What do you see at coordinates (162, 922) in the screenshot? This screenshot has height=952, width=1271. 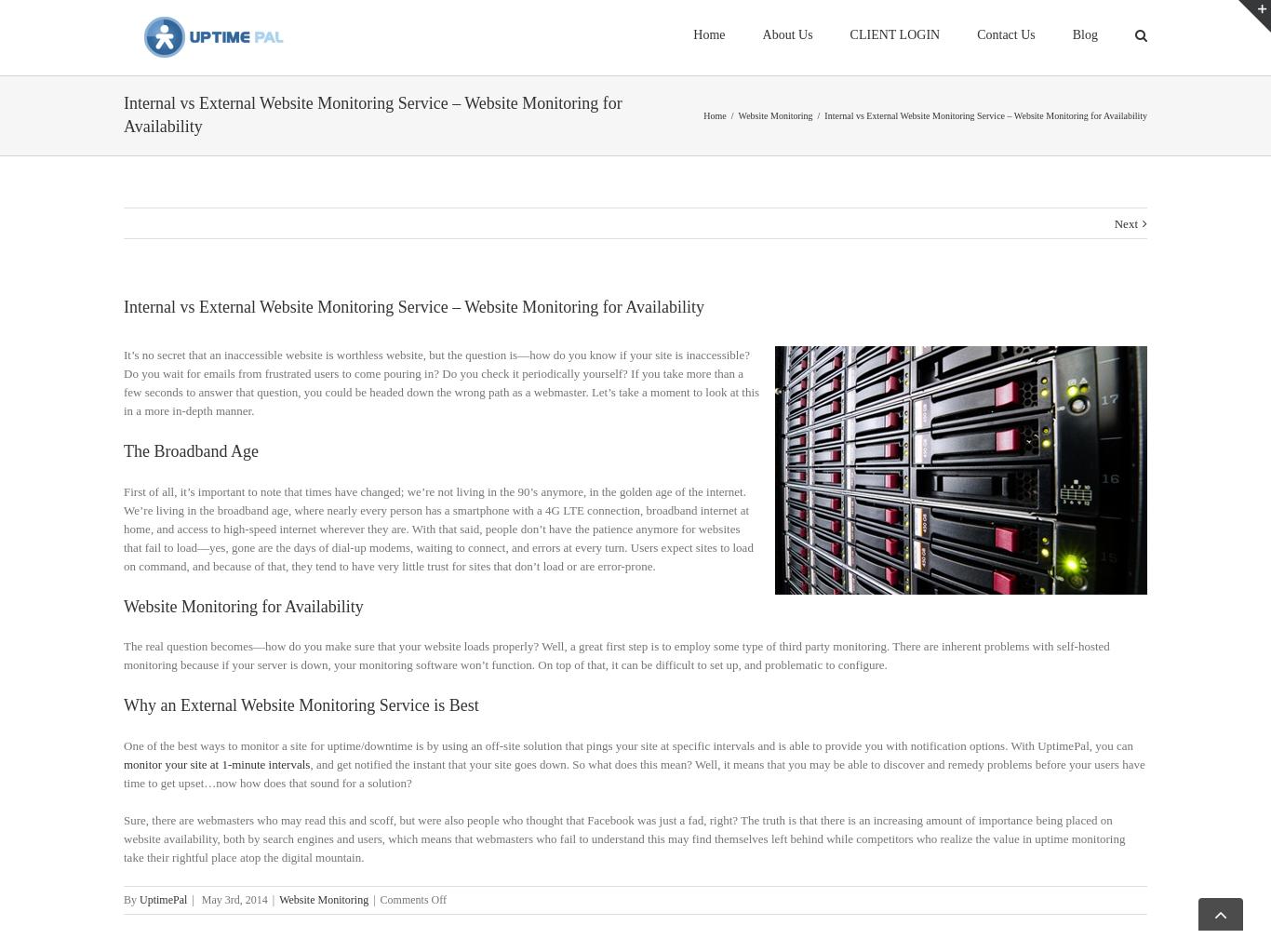 I see `'UptimePal'` at bounding box center [162, 922].